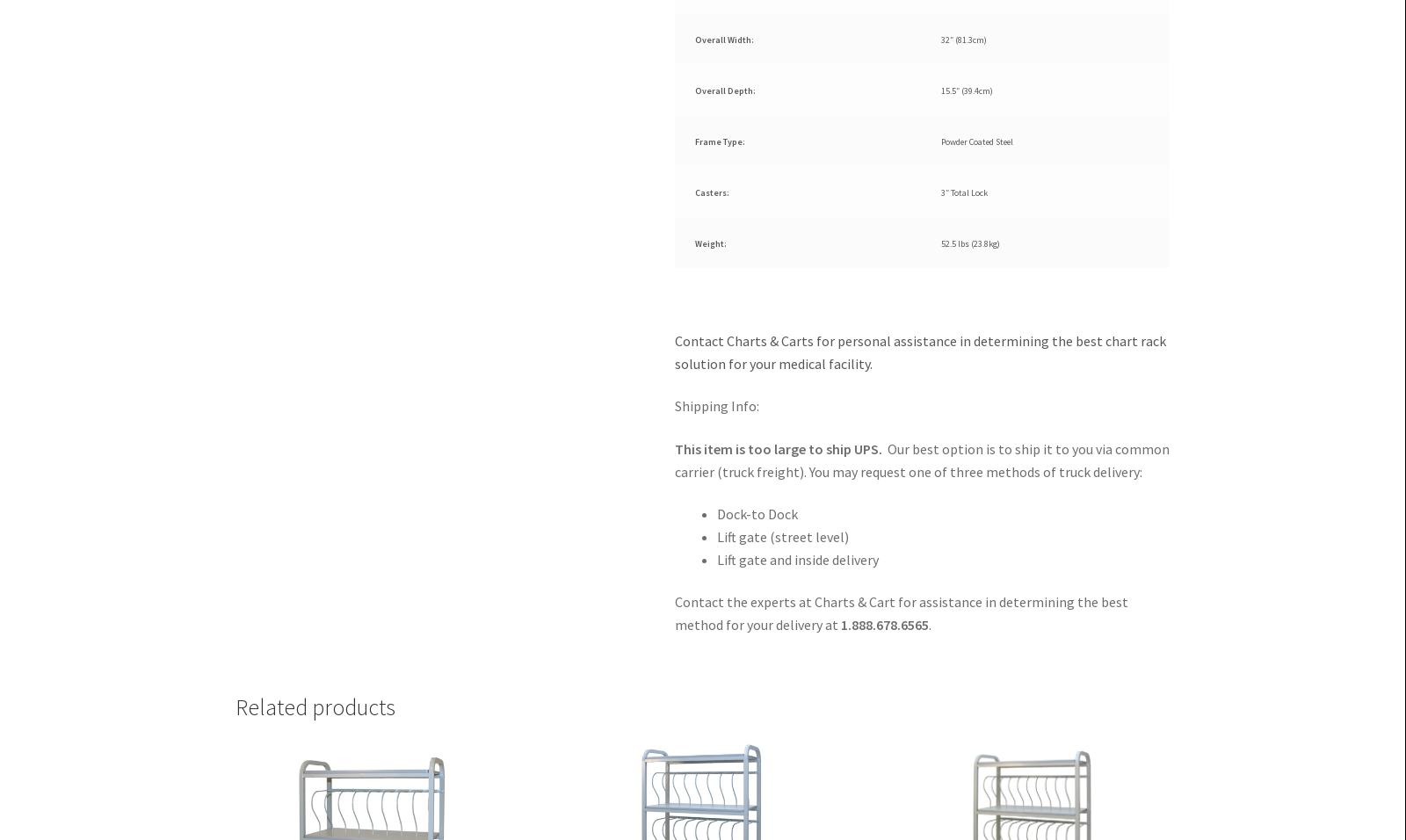 The image size is (1406, 840). Describe the element at coordinates (752, 90) in the screenshot. I see `':'` at that location.